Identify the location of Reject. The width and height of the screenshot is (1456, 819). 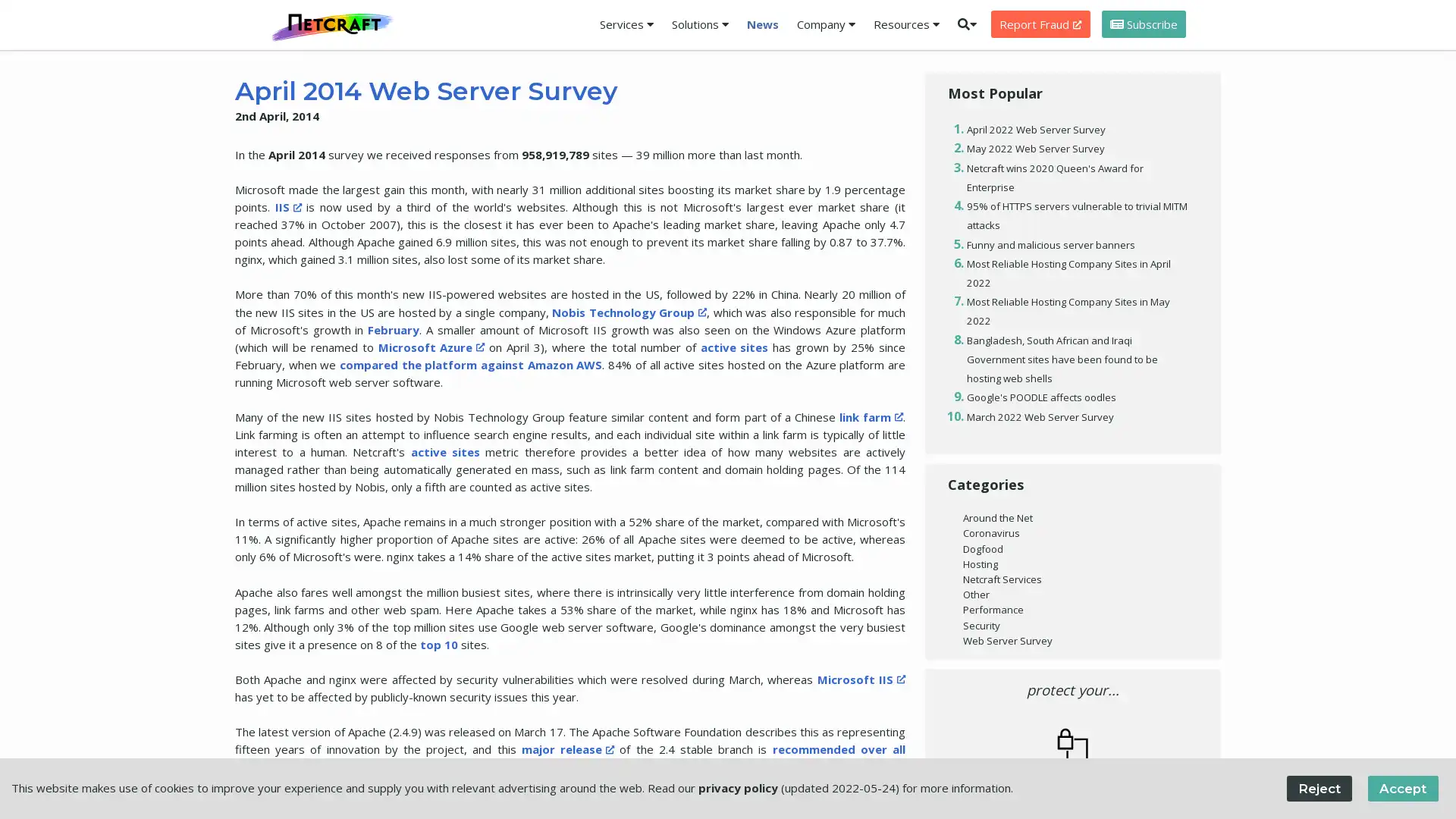
(1318, 787).